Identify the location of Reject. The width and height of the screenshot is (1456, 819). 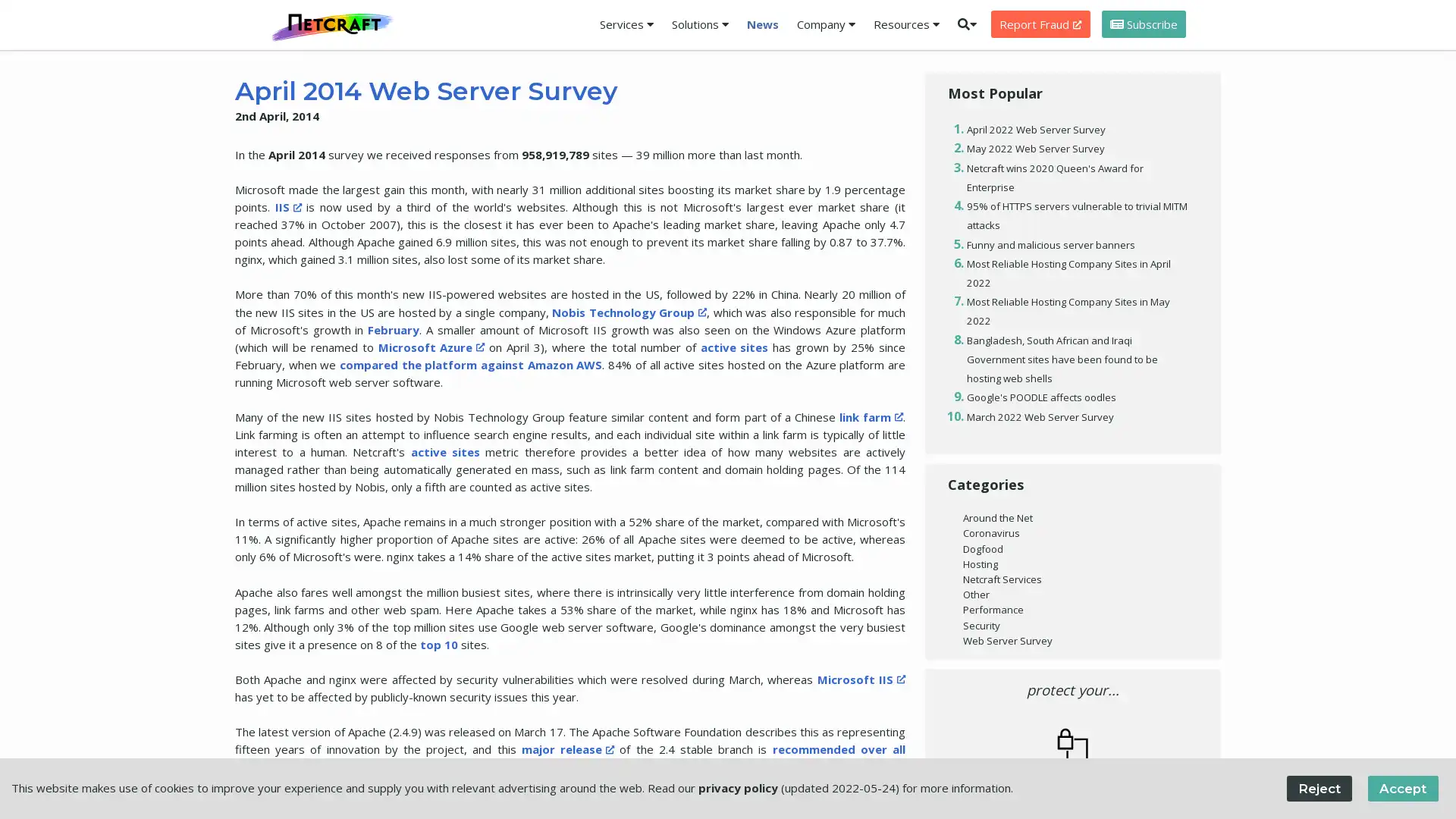
(1318, 787).